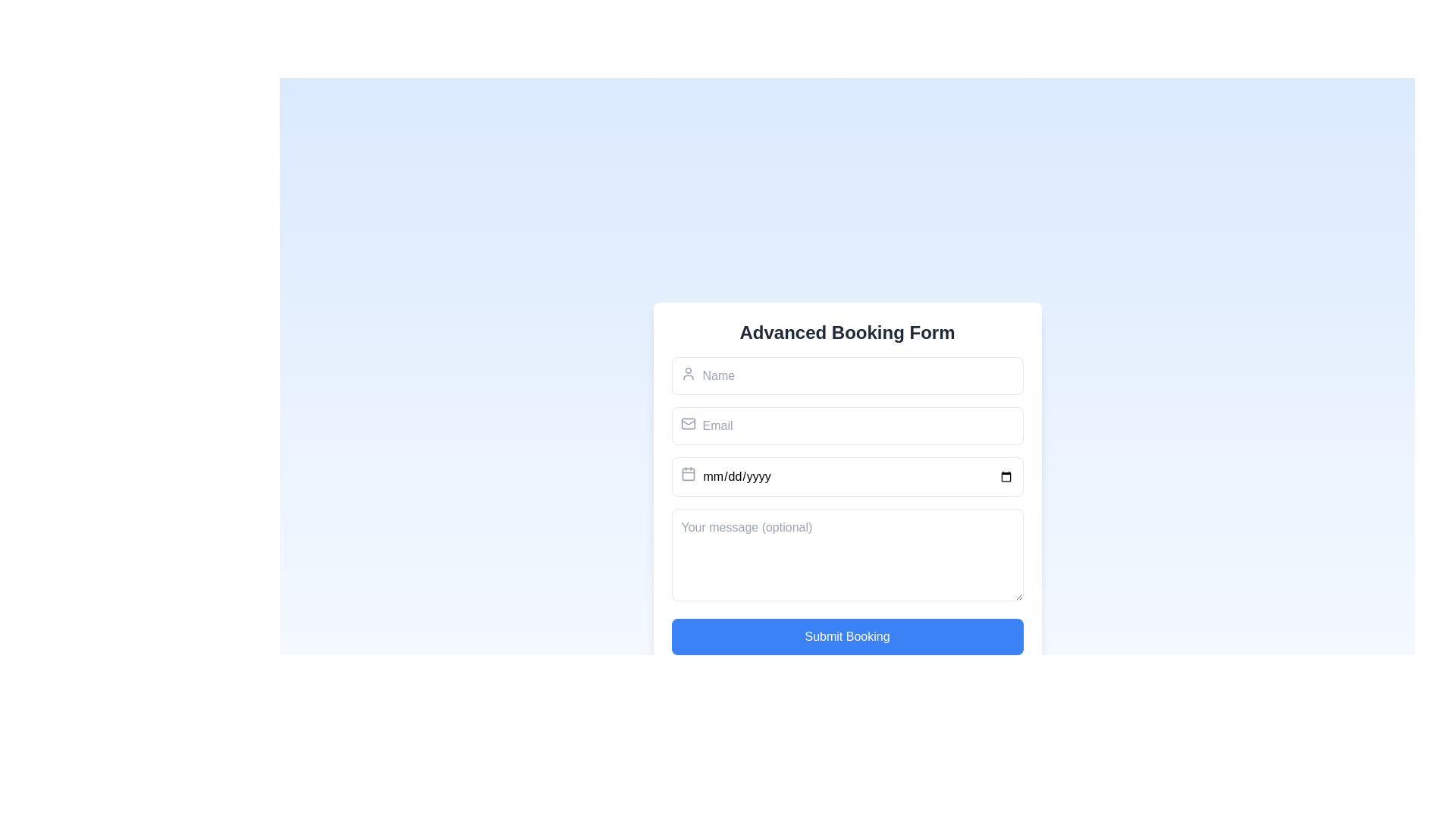 This screenshot has width=1456, height=819. What do you see at coordinates (687, 423) in the screenshot?
I see `the envelope icon located to the left of the 'Email' input field, which is styled in gray and serves as an indicator for the input type` at bounding box center [687, 423].